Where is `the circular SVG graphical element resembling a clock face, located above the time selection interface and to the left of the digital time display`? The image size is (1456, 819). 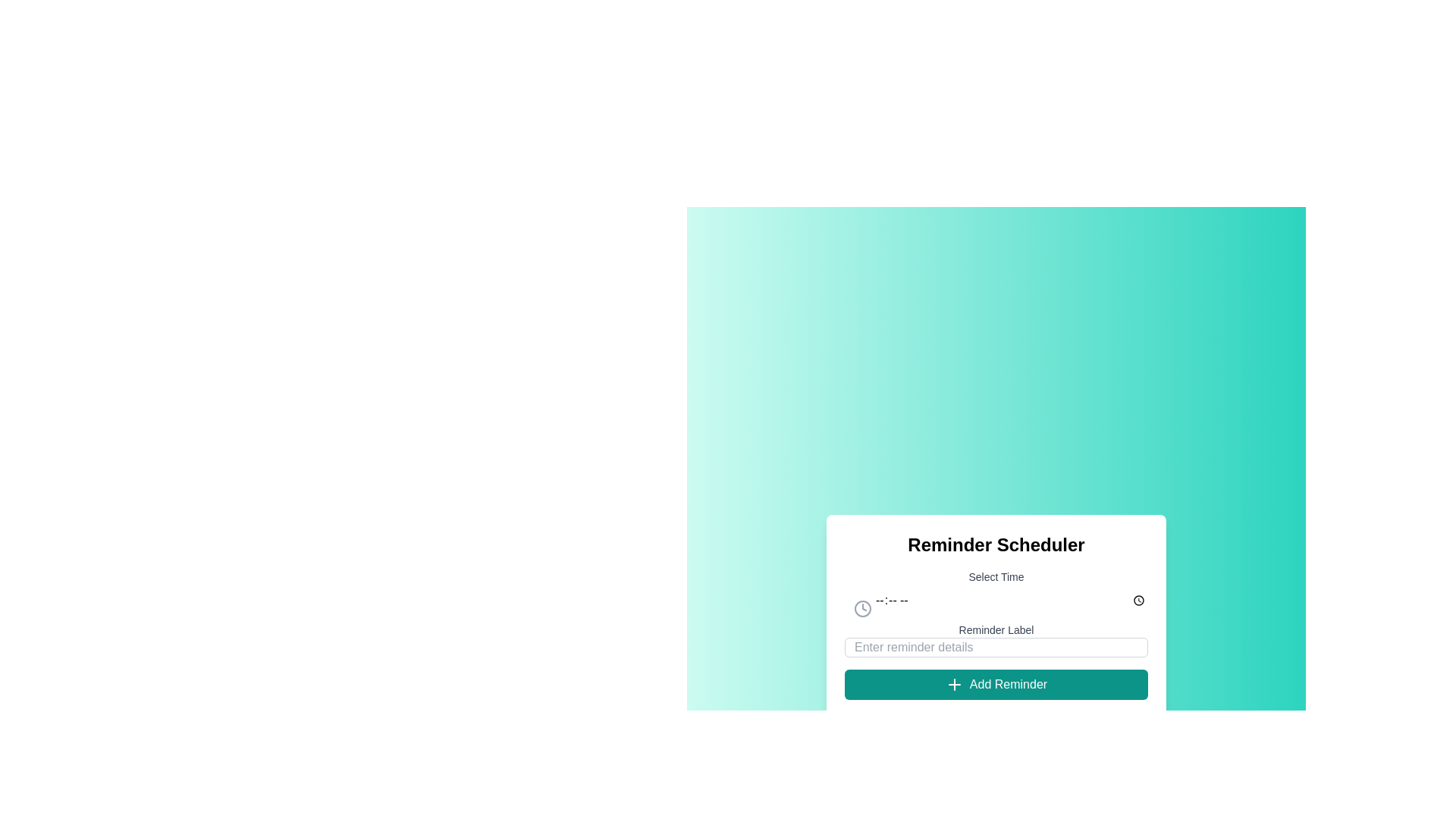
the circular SVG graphical element resembling a clock face, located above the time selection interface and to the left of the digital time display is located at coordinates (862, 607).